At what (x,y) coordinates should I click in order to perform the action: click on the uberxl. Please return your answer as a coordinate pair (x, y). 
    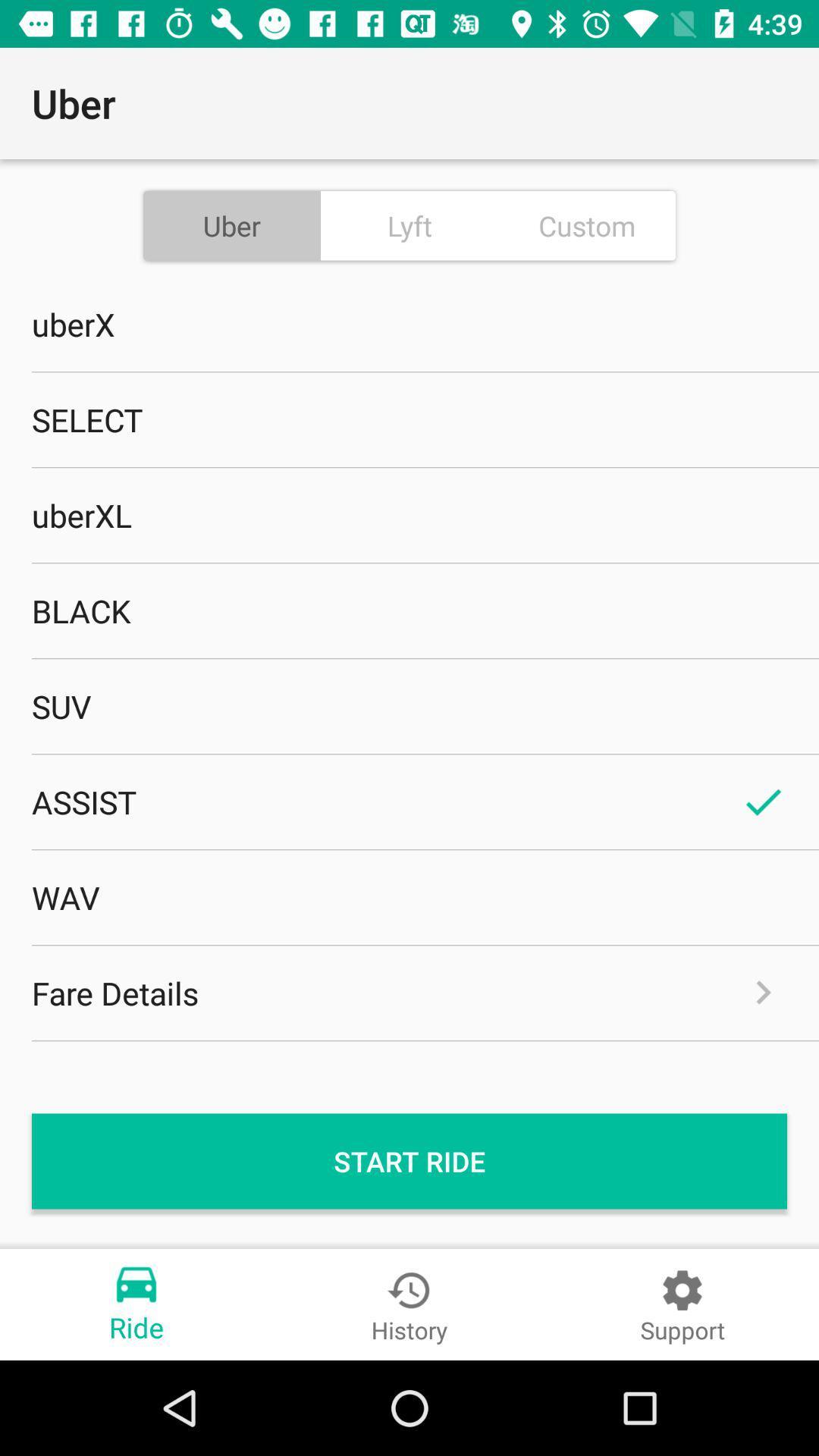
    Looking at the image, I should click on (409, 515).